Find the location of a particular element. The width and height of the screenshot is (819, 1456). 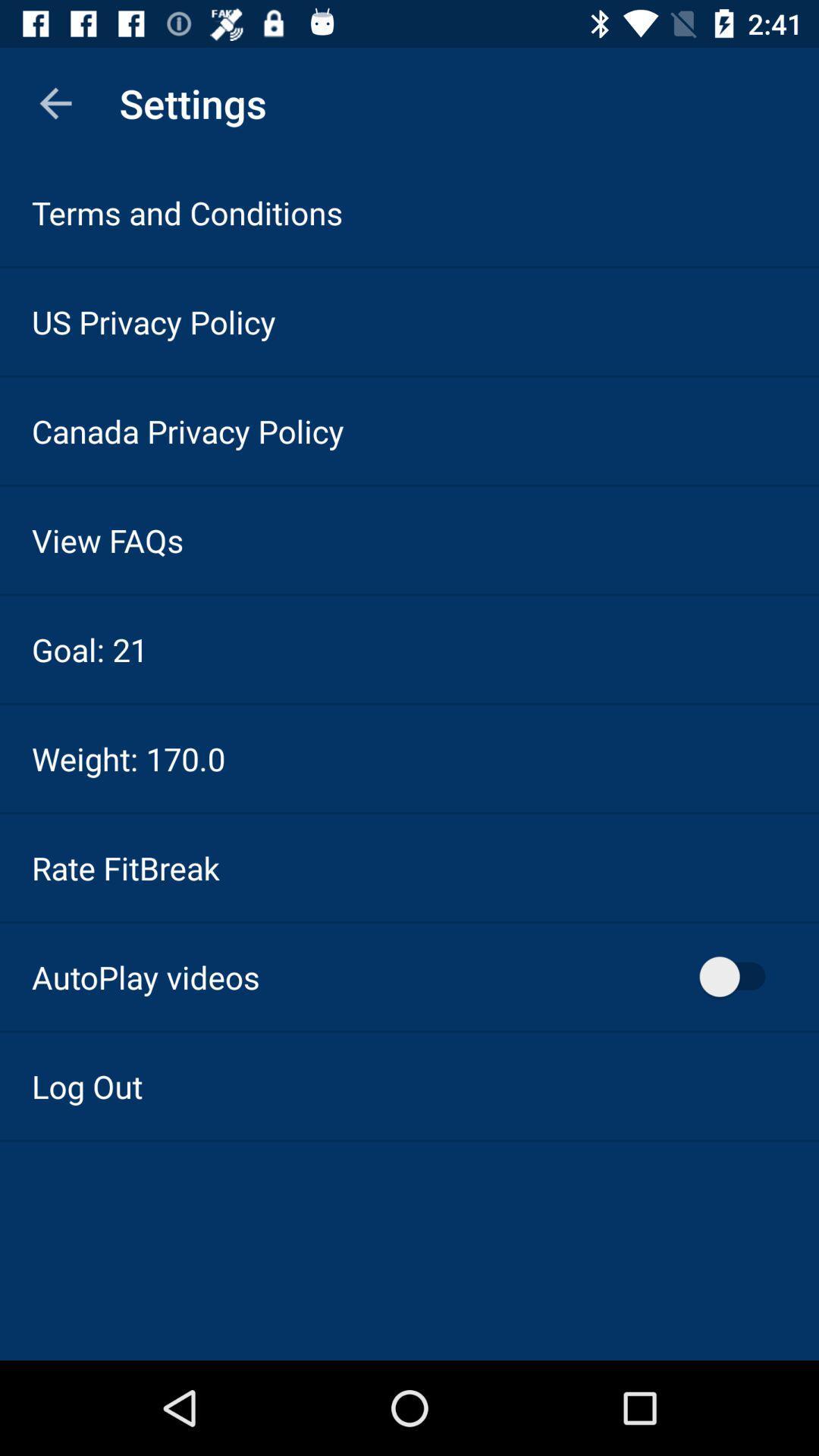

rate fitbreak item is located at coordinates (124, 868).